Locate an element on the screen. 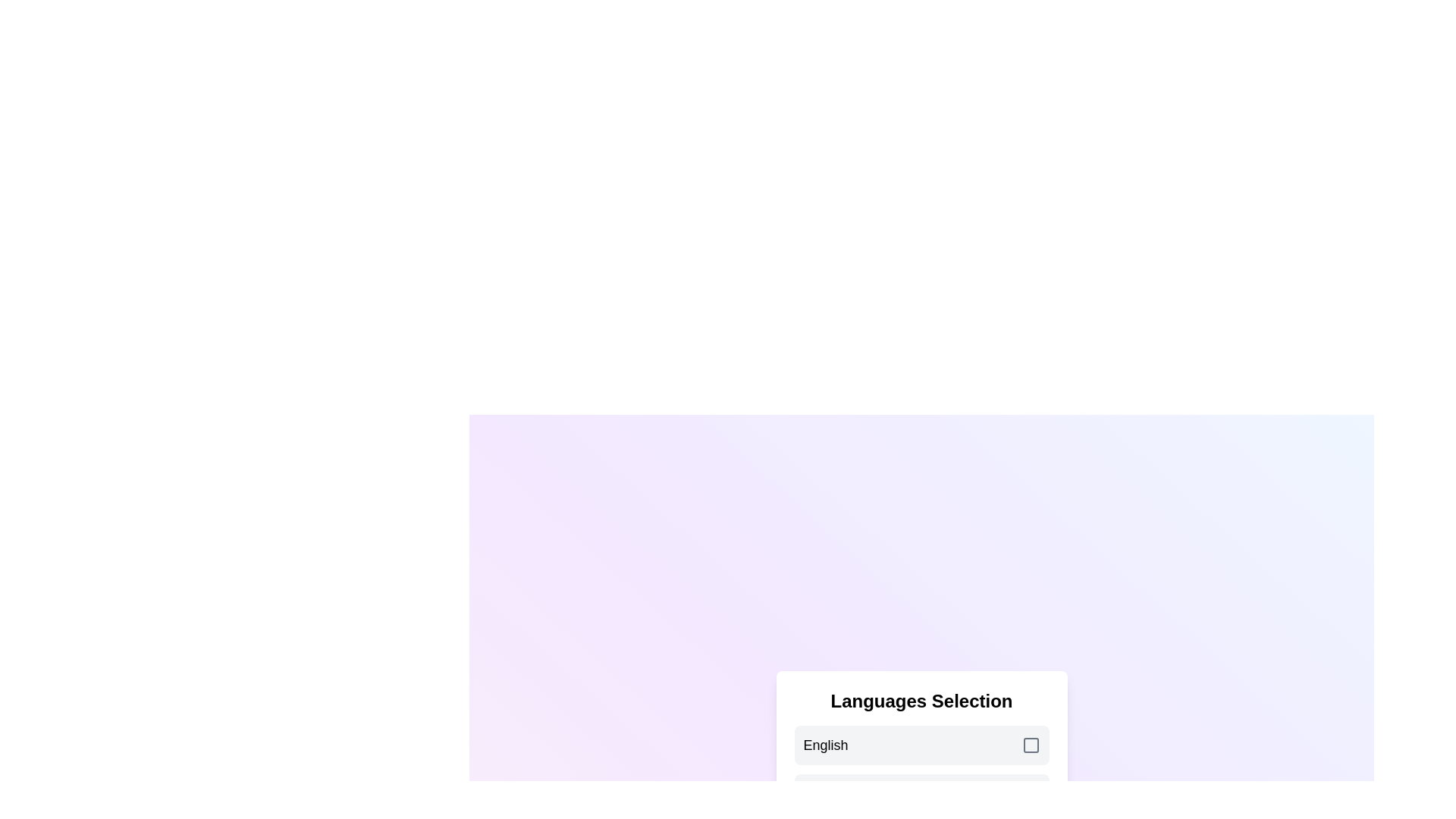  the checkbox corresponding to English to toggle its selection is located at coordinates (1031, 745).